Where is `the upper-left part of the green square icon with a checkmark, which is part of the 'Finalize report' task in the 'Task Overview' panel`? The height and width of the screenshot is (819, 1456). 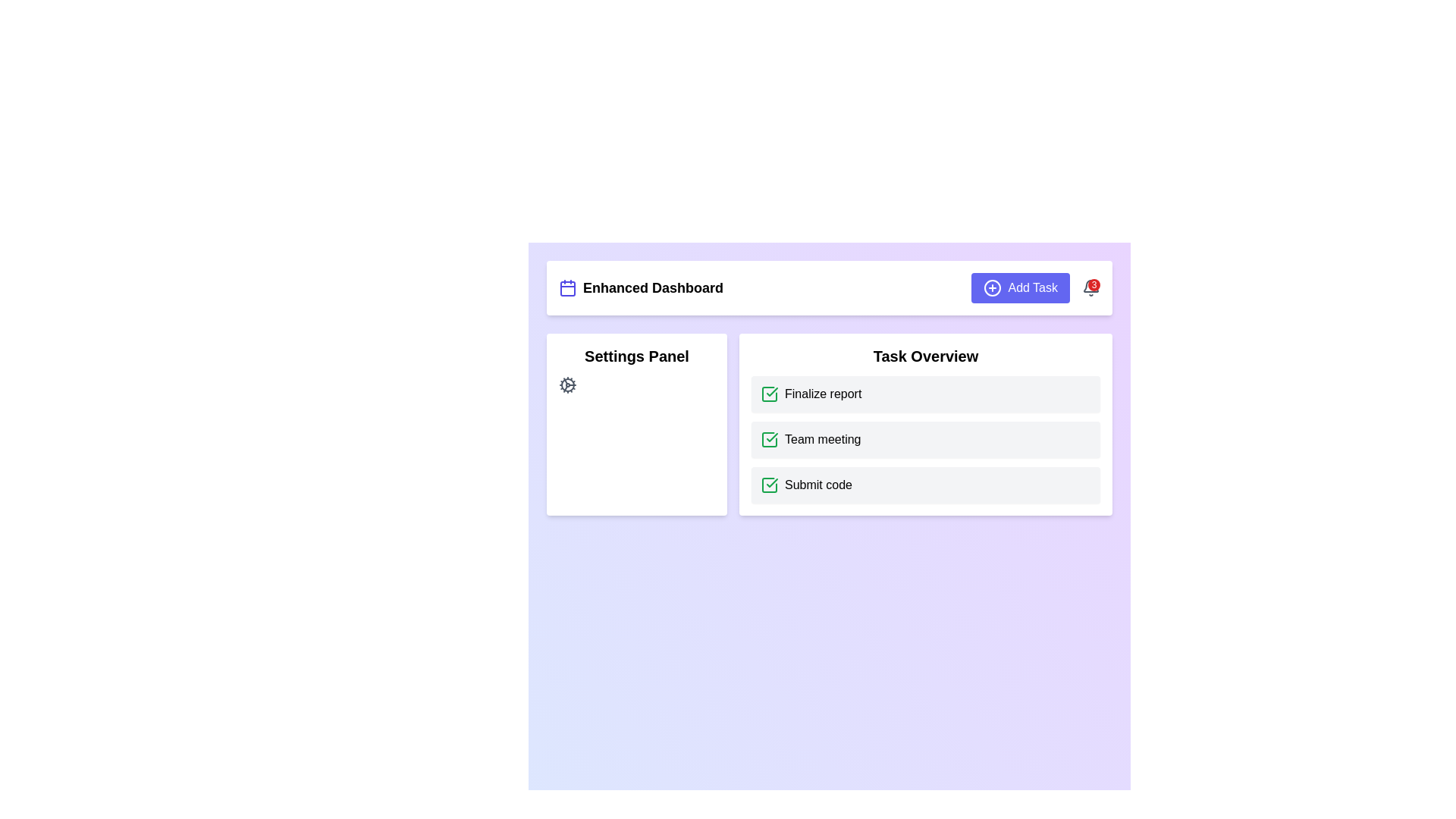 the upper-left part of the green square icon with a checkmark, which is part of the 'Finalize report' task in the 'Task Overview' panel is located at coordinates (769, 439).